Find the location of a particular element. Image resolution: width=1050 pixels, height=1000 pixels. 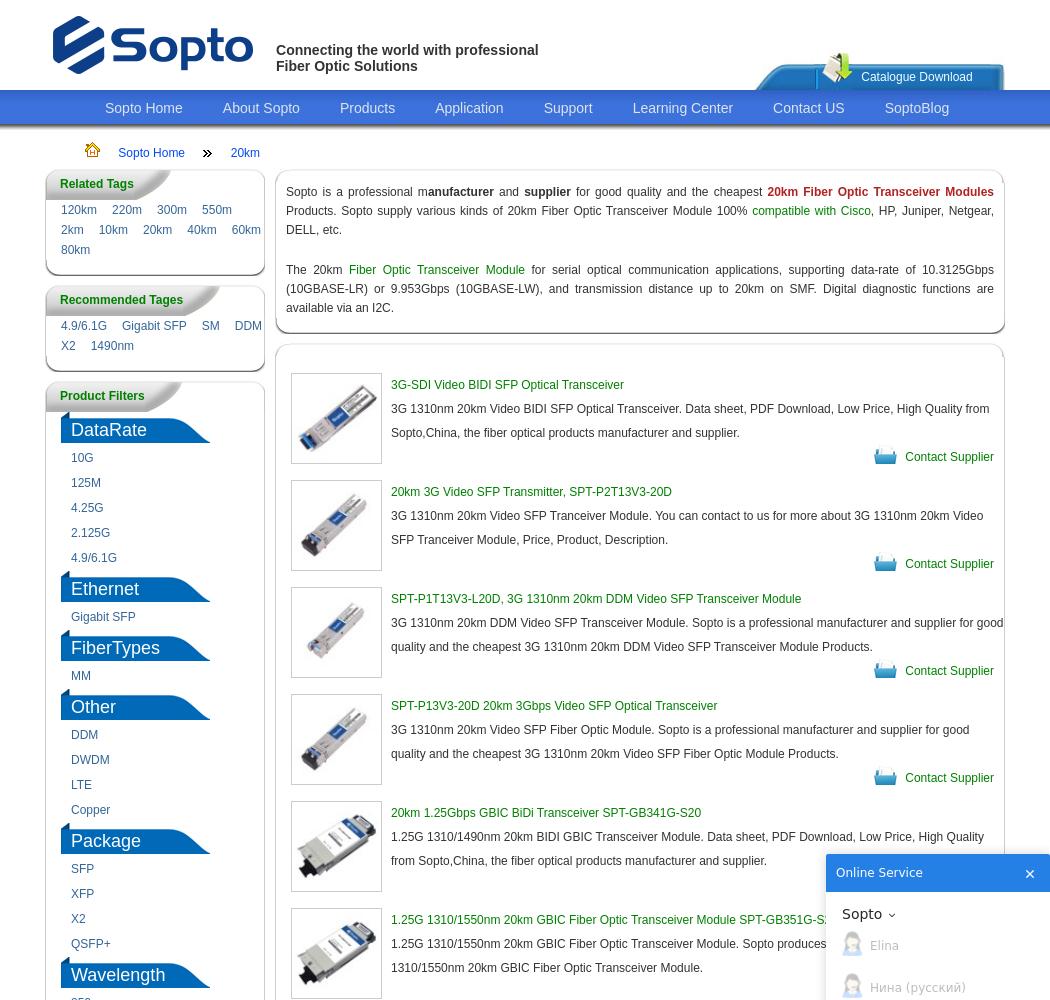

'anufacturer' is located at coordinates (463, 191).